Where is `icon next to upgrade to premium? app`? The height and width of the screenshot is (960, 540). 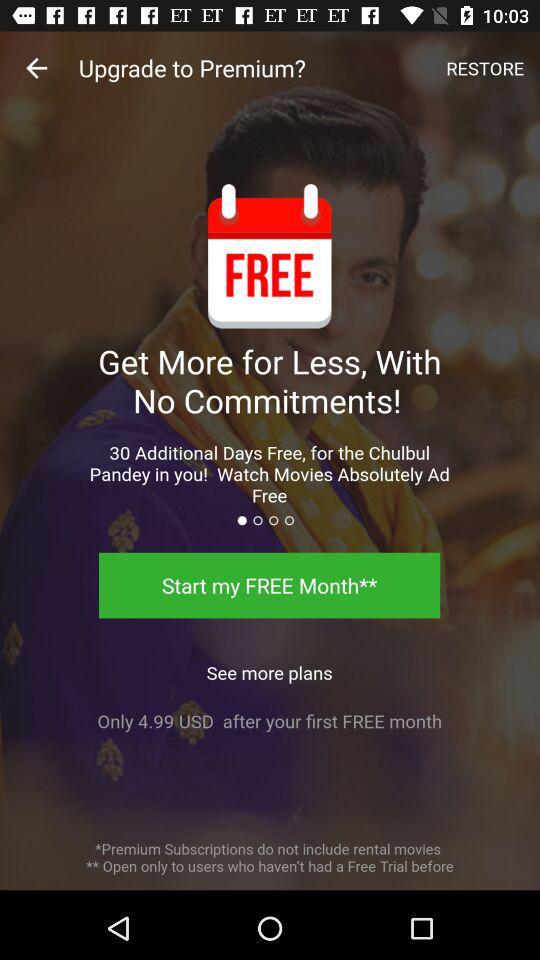 icon next to upgrade to premium? app is located at coordinates (484, 68).